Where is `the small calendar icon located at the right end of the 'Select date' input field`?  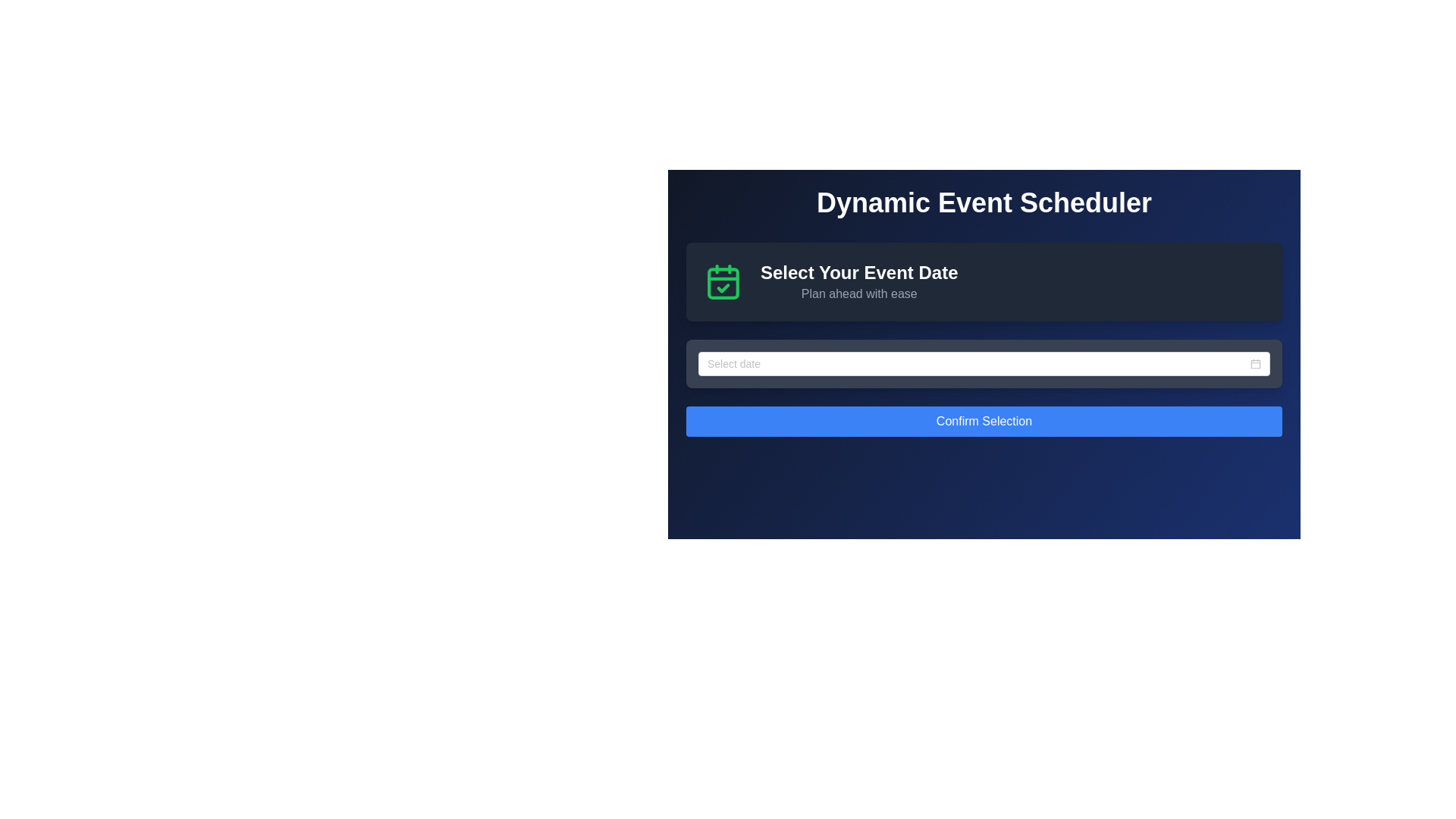
the small calendar icon located at the right end of the 'Select date' input field is located at coordinates (1256, 363).